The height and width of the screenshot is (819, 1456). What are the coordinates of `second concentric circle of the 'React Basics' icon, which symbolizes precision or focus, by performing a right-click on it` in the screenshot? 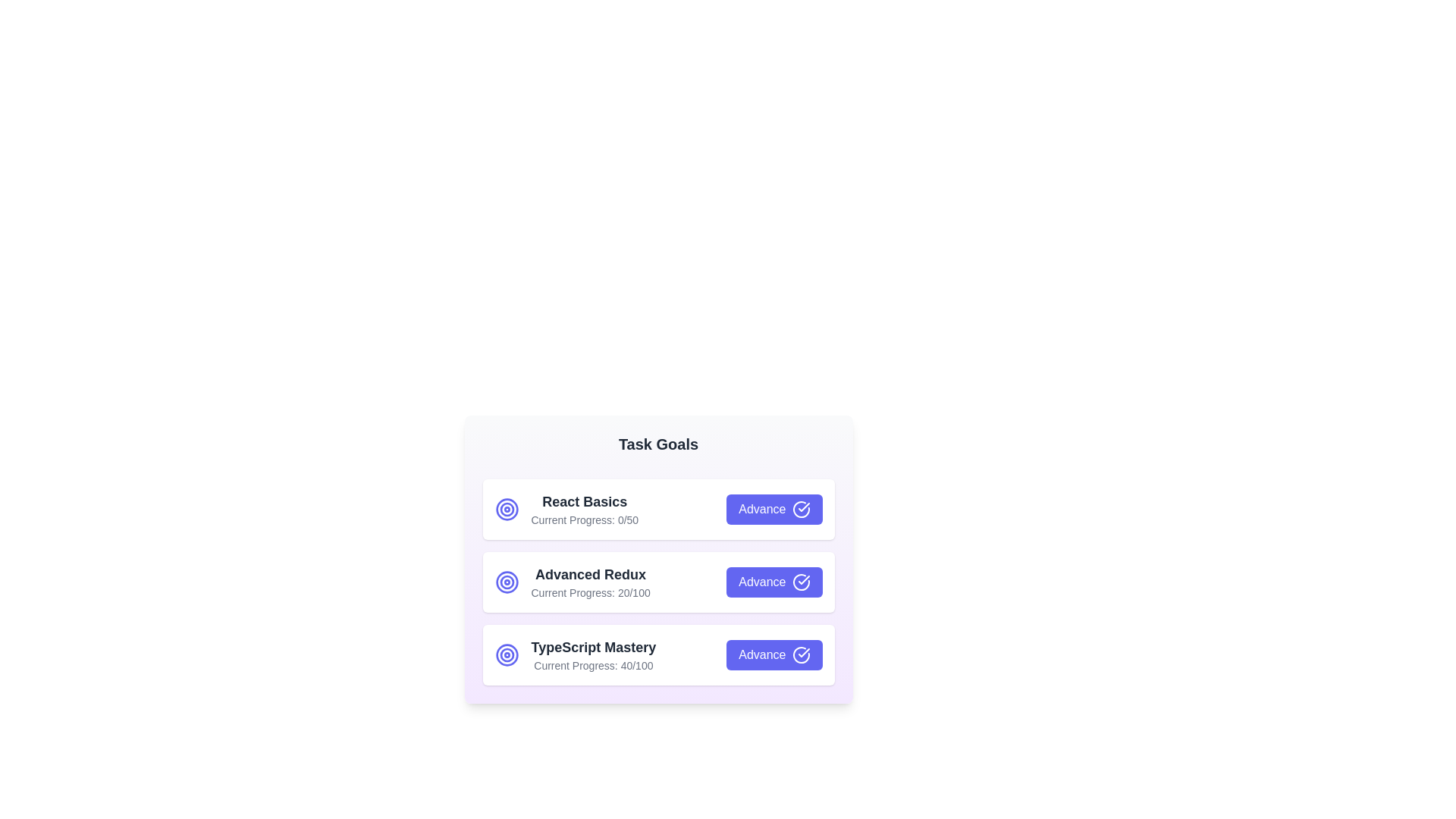 It's located at (507, 654).